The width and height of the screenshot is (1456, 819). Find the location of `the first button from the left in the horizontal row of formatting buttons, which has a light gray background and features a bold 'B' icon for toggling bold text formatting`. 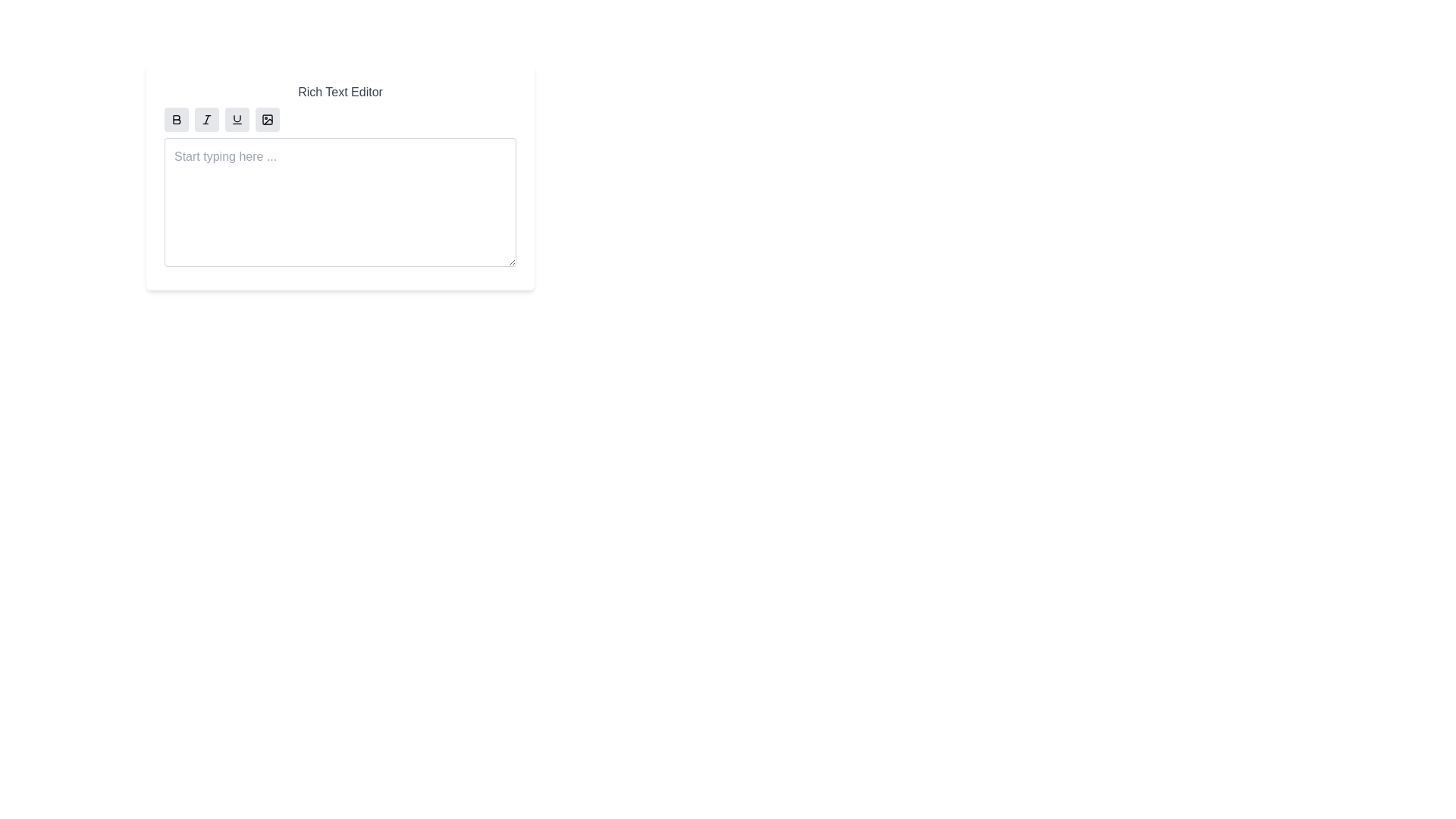

the first button from the left in the horizontal row of formatting buttons, which has a light gray background and features a bold 'B' icon for toggling bold text formatting is located at coordinates (177, 119).